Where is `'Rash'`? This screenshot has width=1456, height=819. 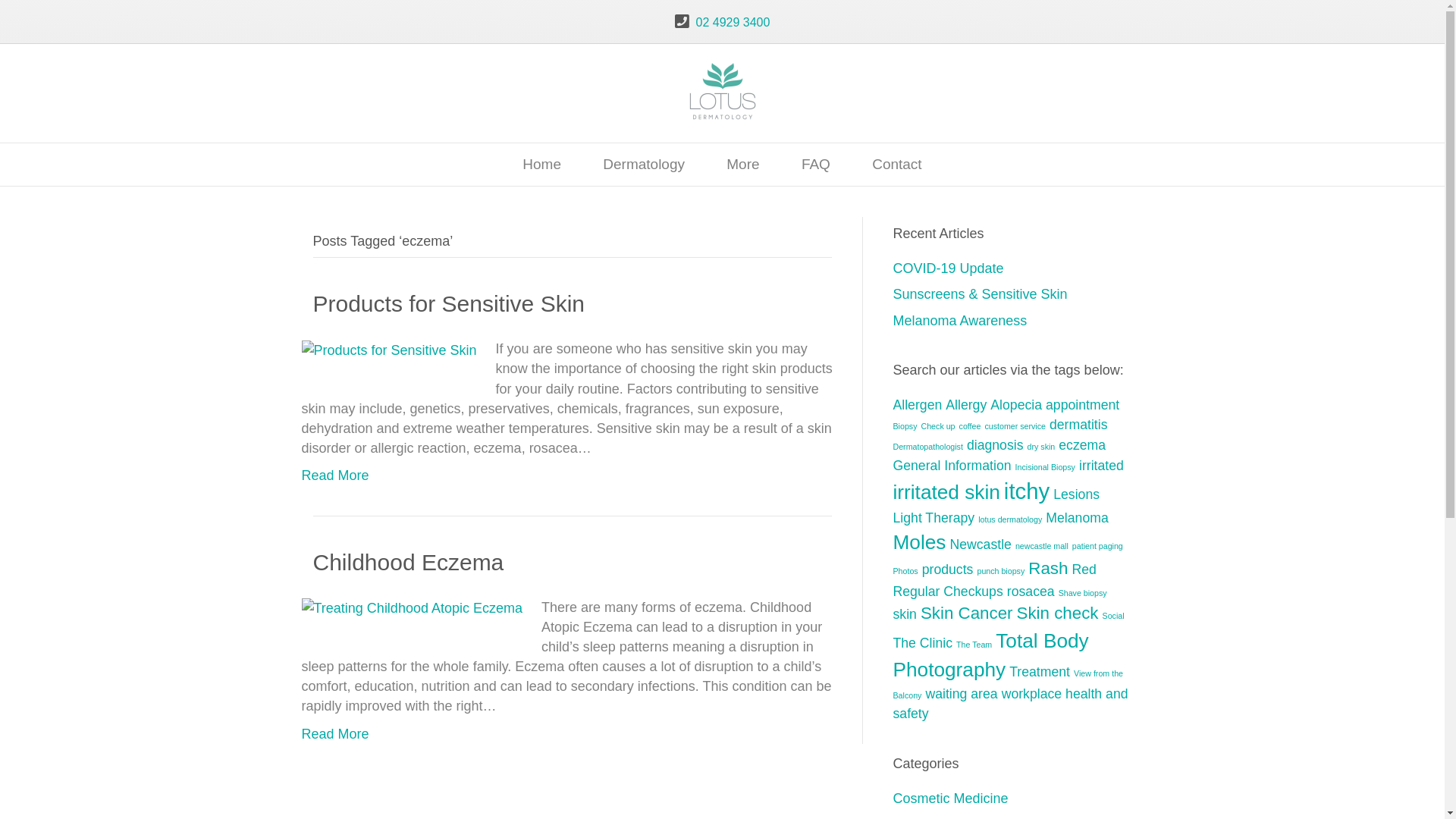 'Rash' is located at coordinates (1047, 568).